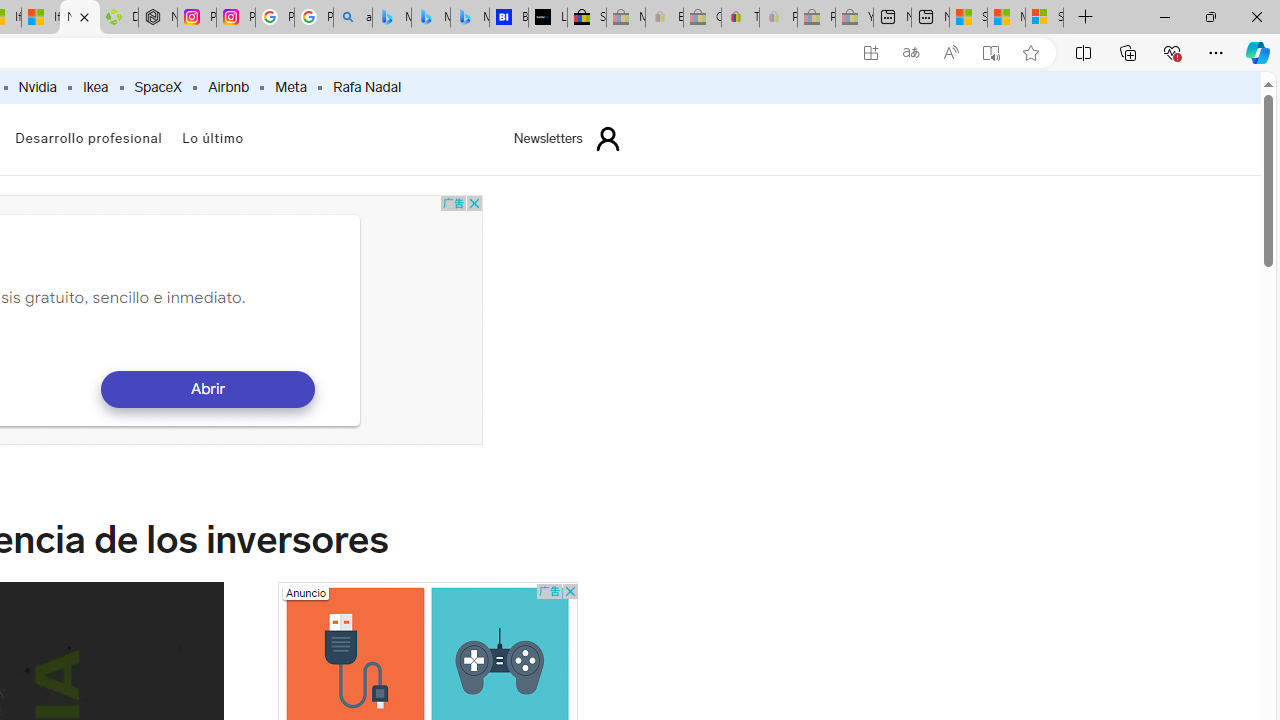 The image size is (1280, 720). What do you see at coordinates (991, 52) in the screenshot?
I see `'Enter Immersive Reader (F9)'` at bounding box center [991, 52].